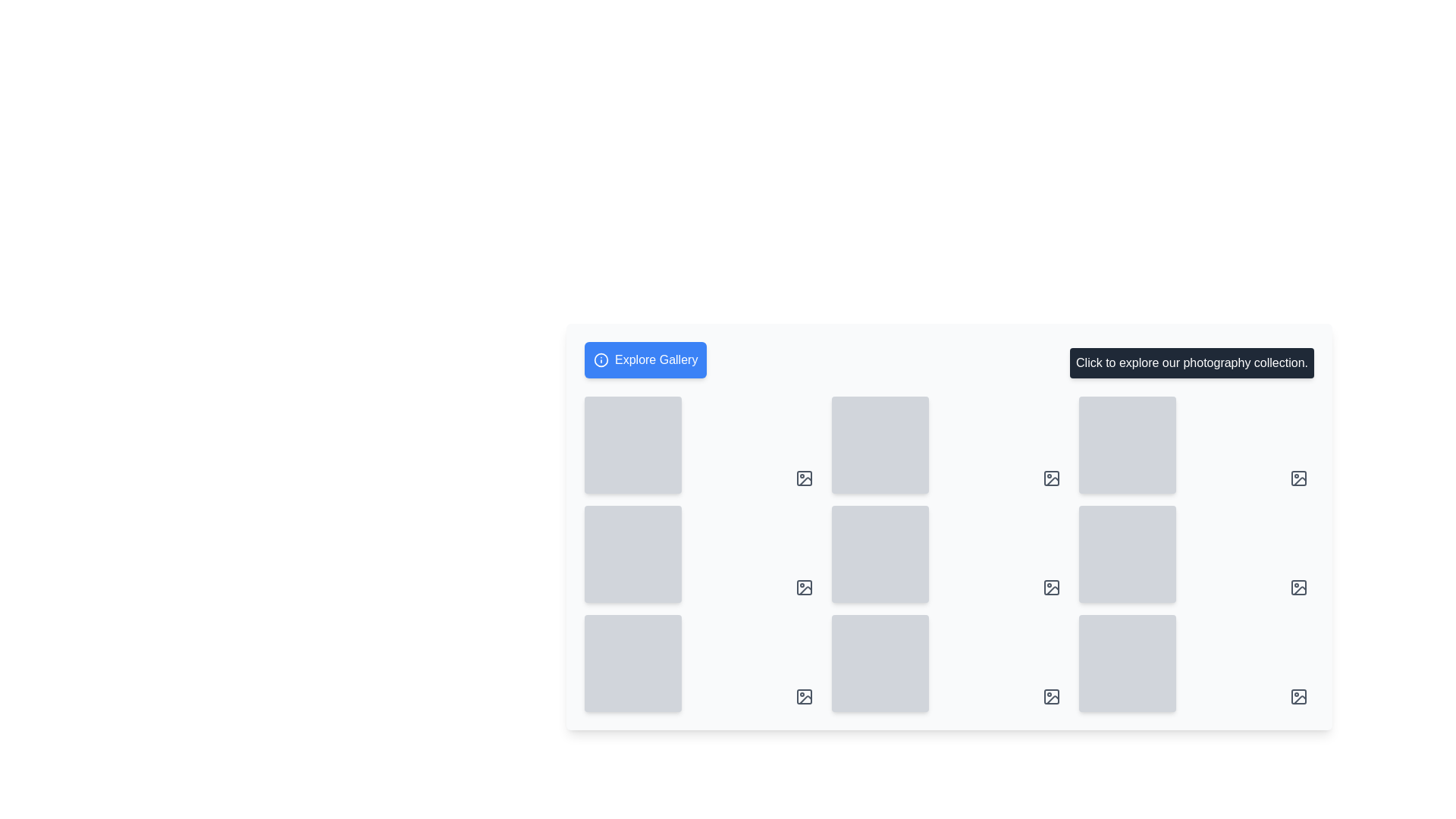 This screenshot has width=1456, height=819. What do you see at coordinates (1051, 587) in the screenshot?
I see `the image icon located at the bottom-right corner of a grid cell in the gallery layout` at bounding box center [1051, 587].